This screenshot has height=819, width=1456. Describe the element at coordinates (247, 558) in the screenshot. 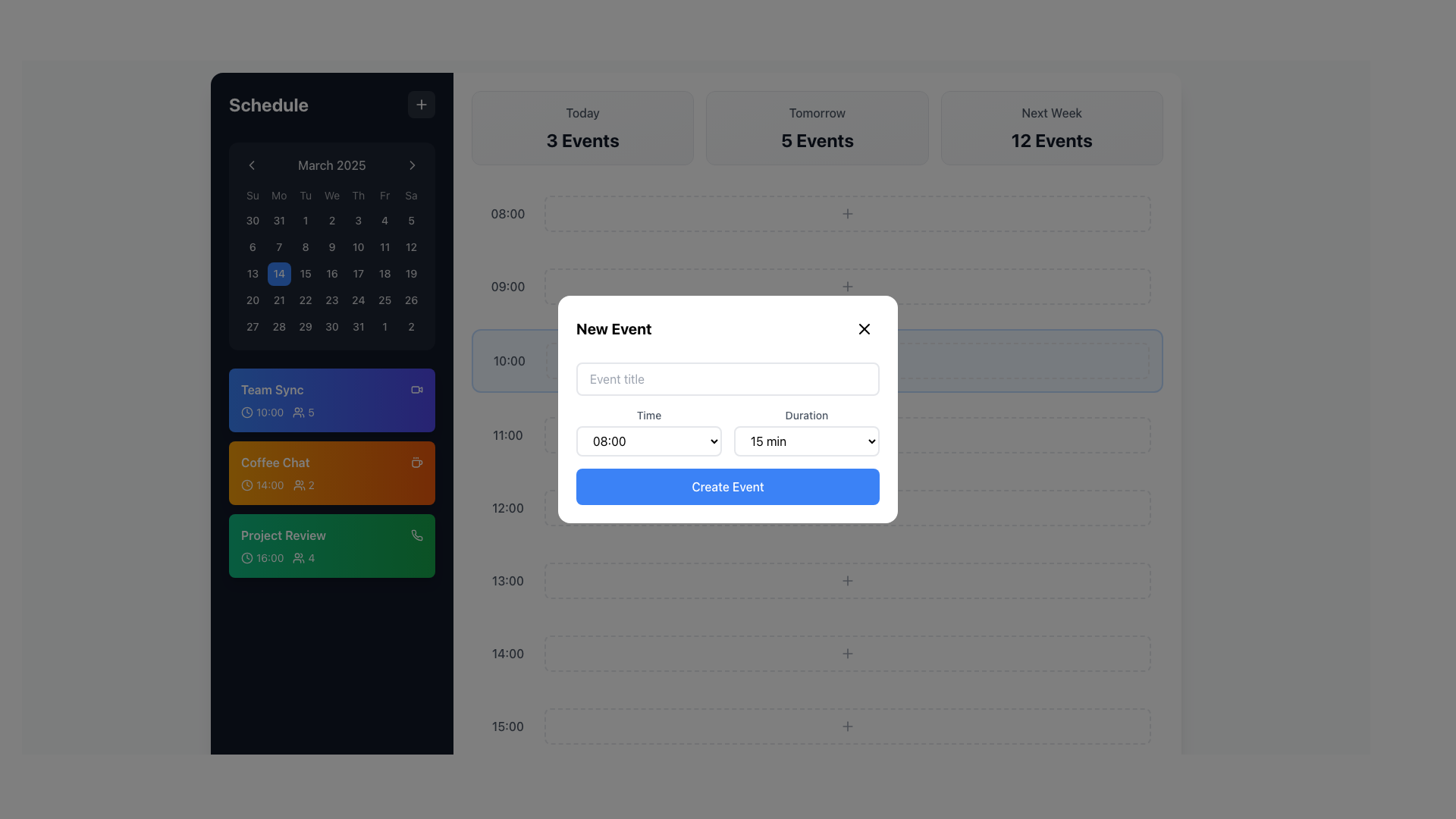

I see `the small gray clock icon located on the green 'Project Review' card, which is the leftmost component in the row displaying '16:00'` at that location.